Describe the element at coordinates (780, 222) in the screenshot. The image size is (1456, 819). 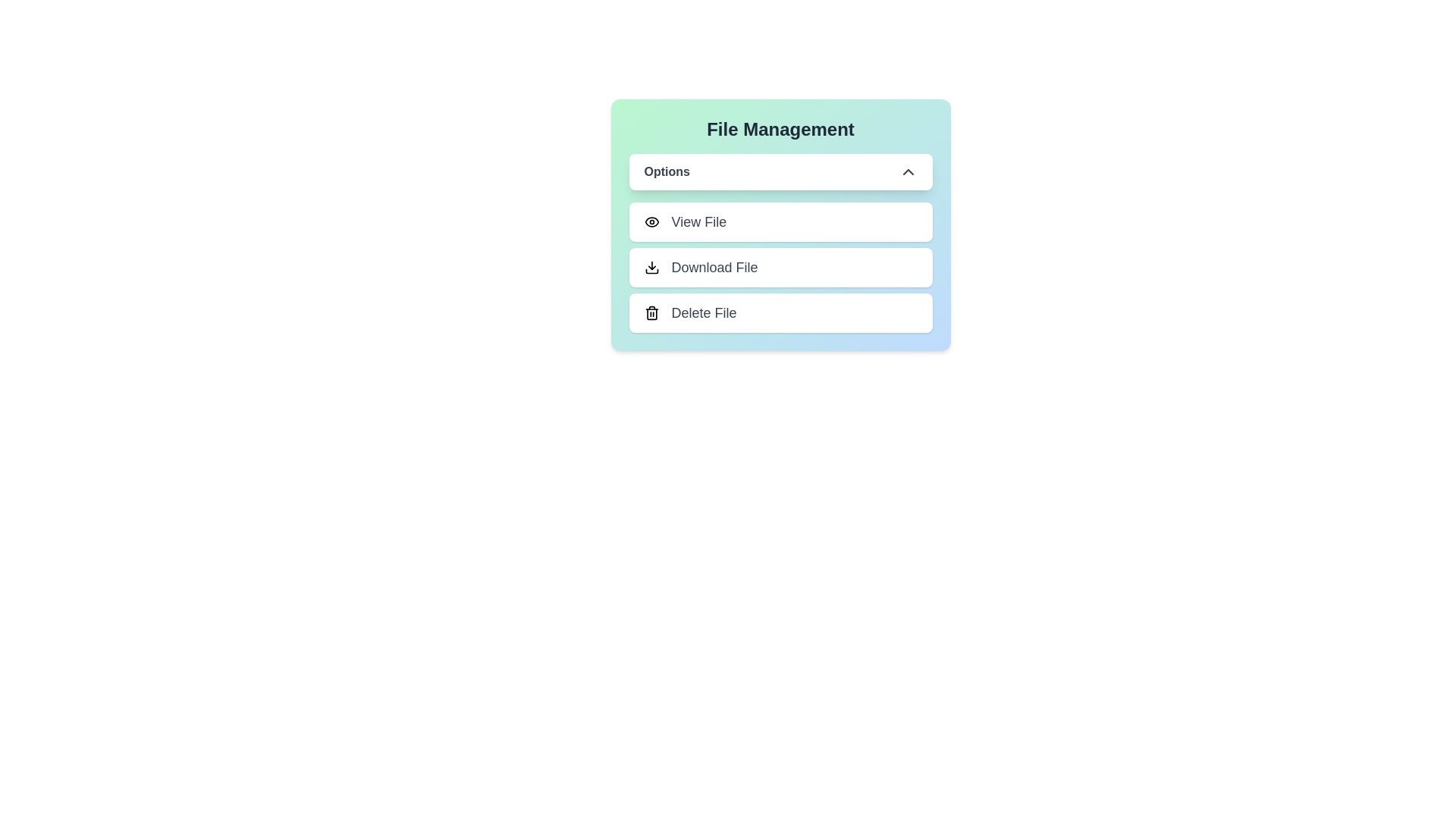
I see `the menu option View File by clicking on it` at that location.